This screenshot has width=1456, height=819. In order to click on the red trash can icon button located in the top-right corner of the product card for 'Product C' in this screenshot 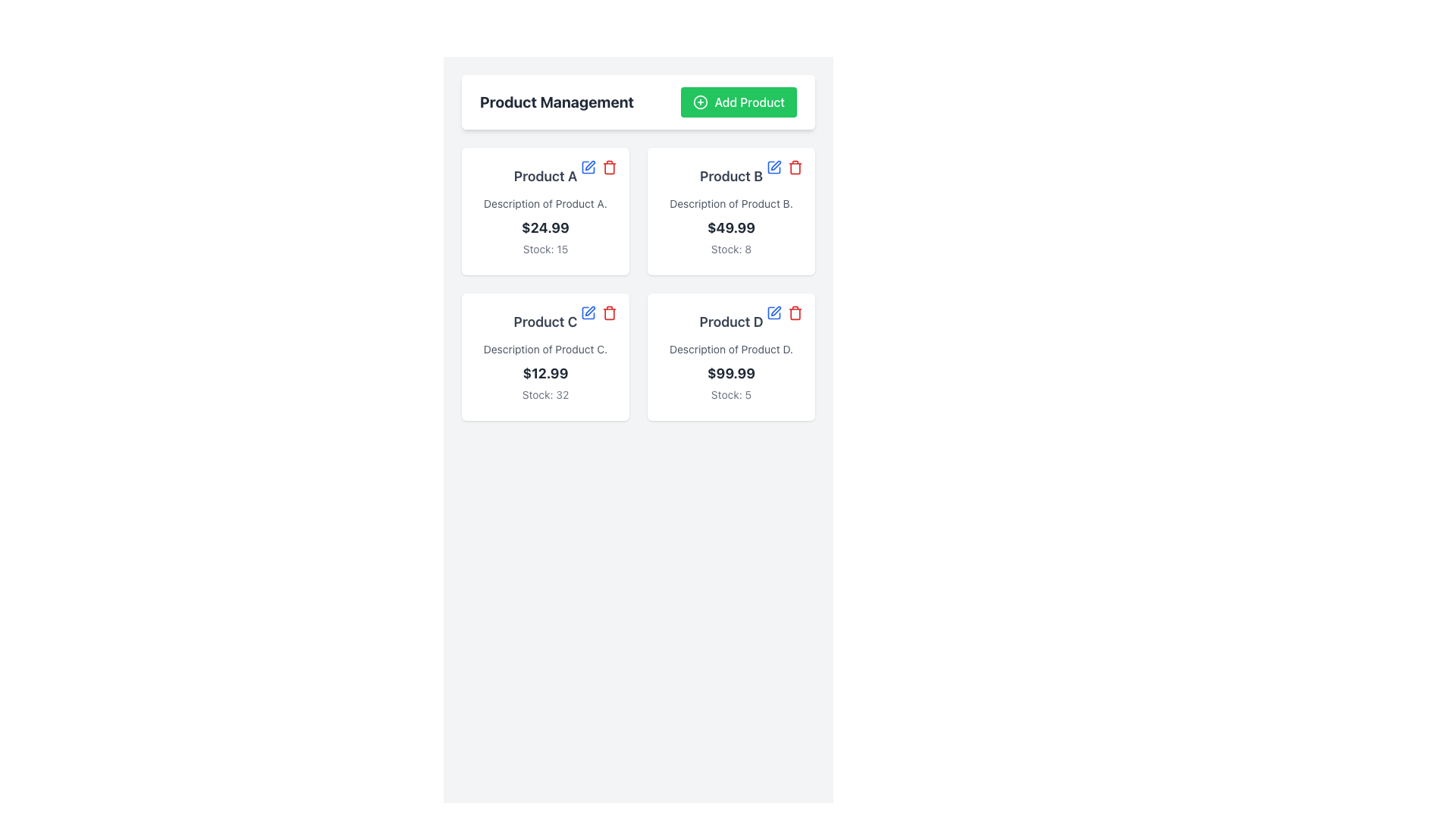, I will do `click(610, 312)`.